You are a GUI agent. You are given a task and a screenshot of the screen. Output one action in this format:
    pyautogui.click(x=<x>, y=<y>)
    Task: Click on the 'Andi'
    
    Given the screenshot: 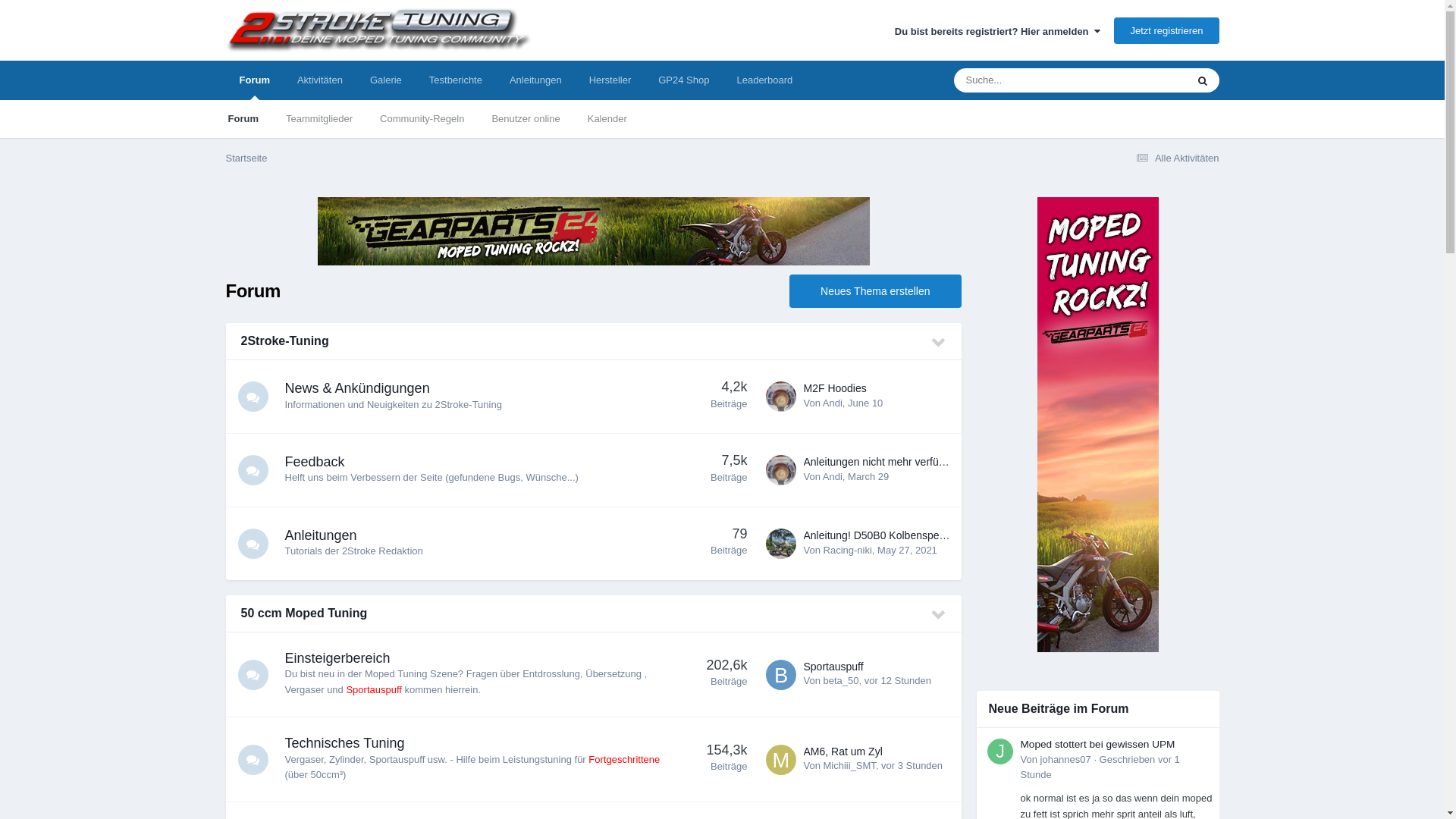 What is the action you would take?
    pyautogui.click(x=832, y=402)
    